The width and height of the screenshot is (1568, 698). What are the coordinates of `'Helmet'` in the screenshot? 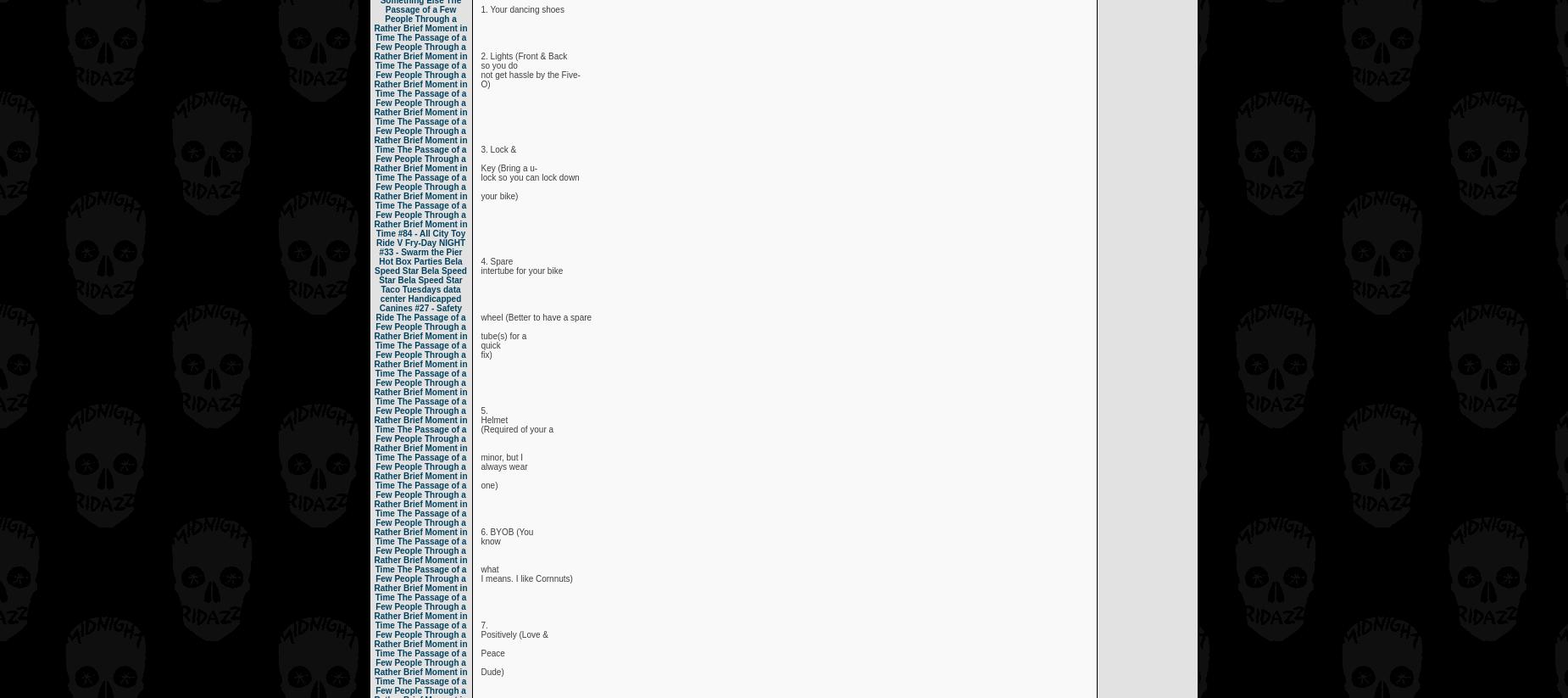 It's located at (481, 420).